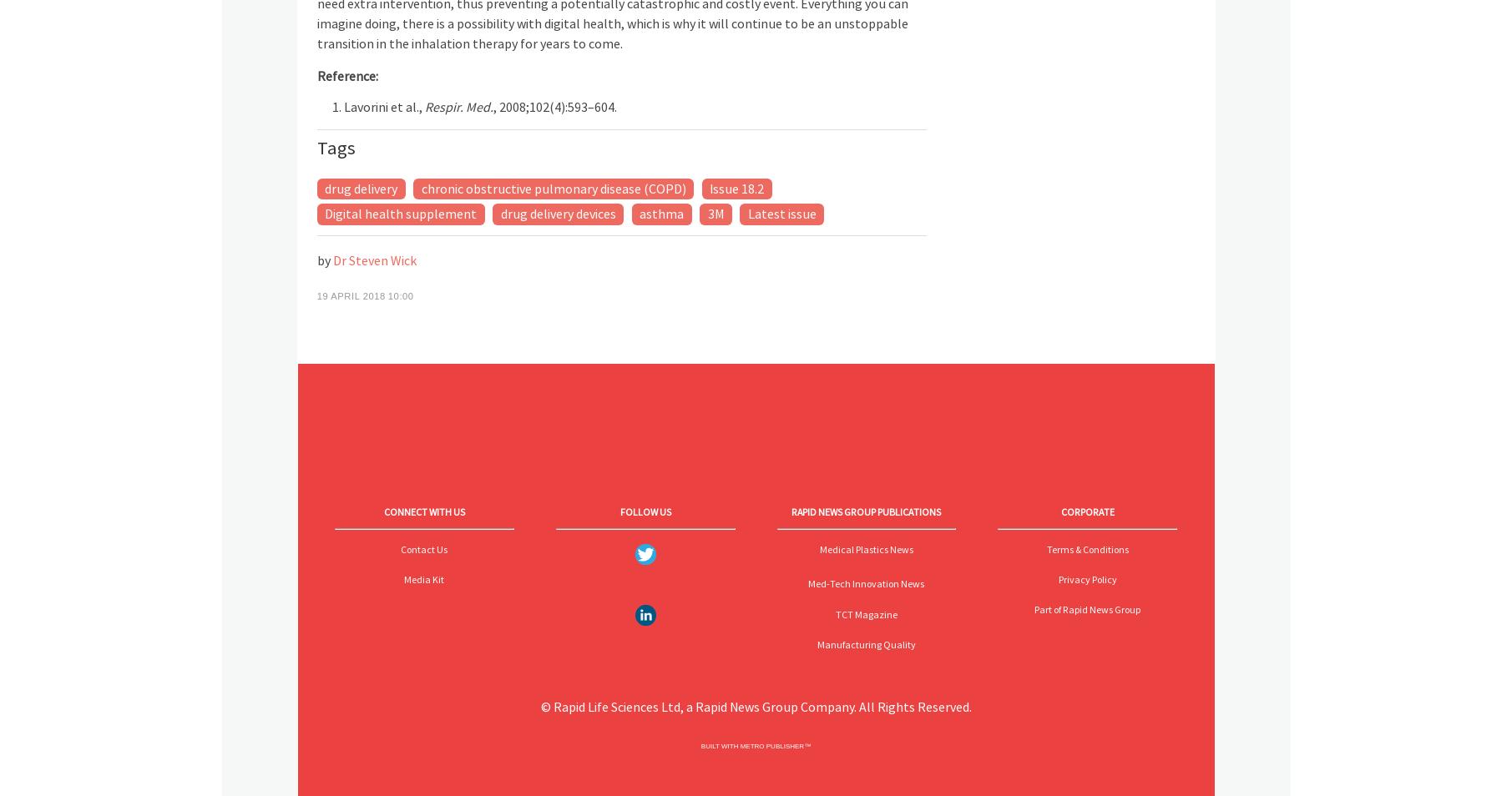  Describe the element at coordinates (457, 106) in the screenshot. I see `'Respir. Med.'` at that location.